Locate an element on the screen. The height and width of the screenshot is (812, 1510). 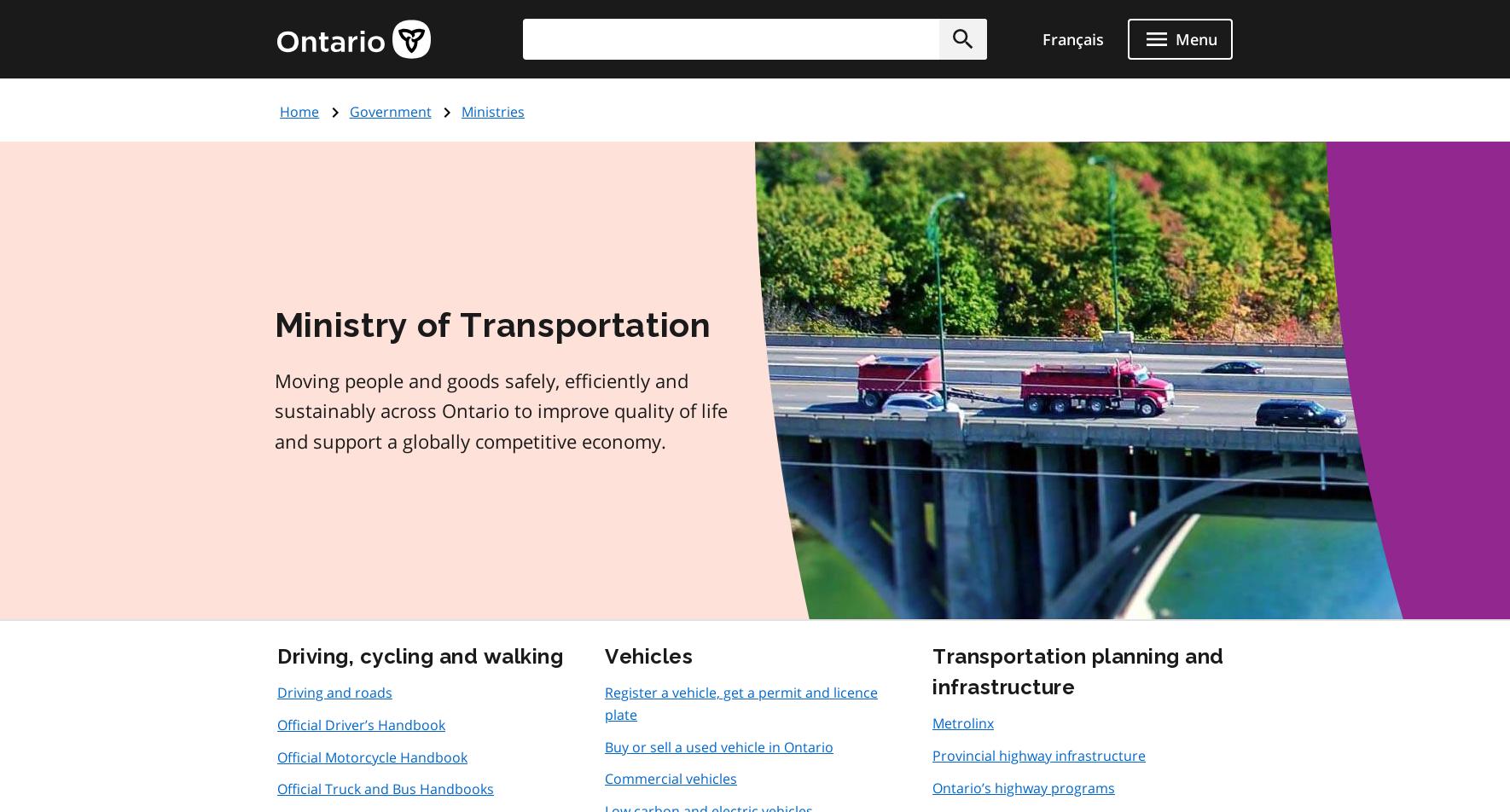
'Moving people and goods safely, efficiently and sustainably across Ontario to improve quality of life and support a globally competitive economy.' is located at coordinates (273, 410).